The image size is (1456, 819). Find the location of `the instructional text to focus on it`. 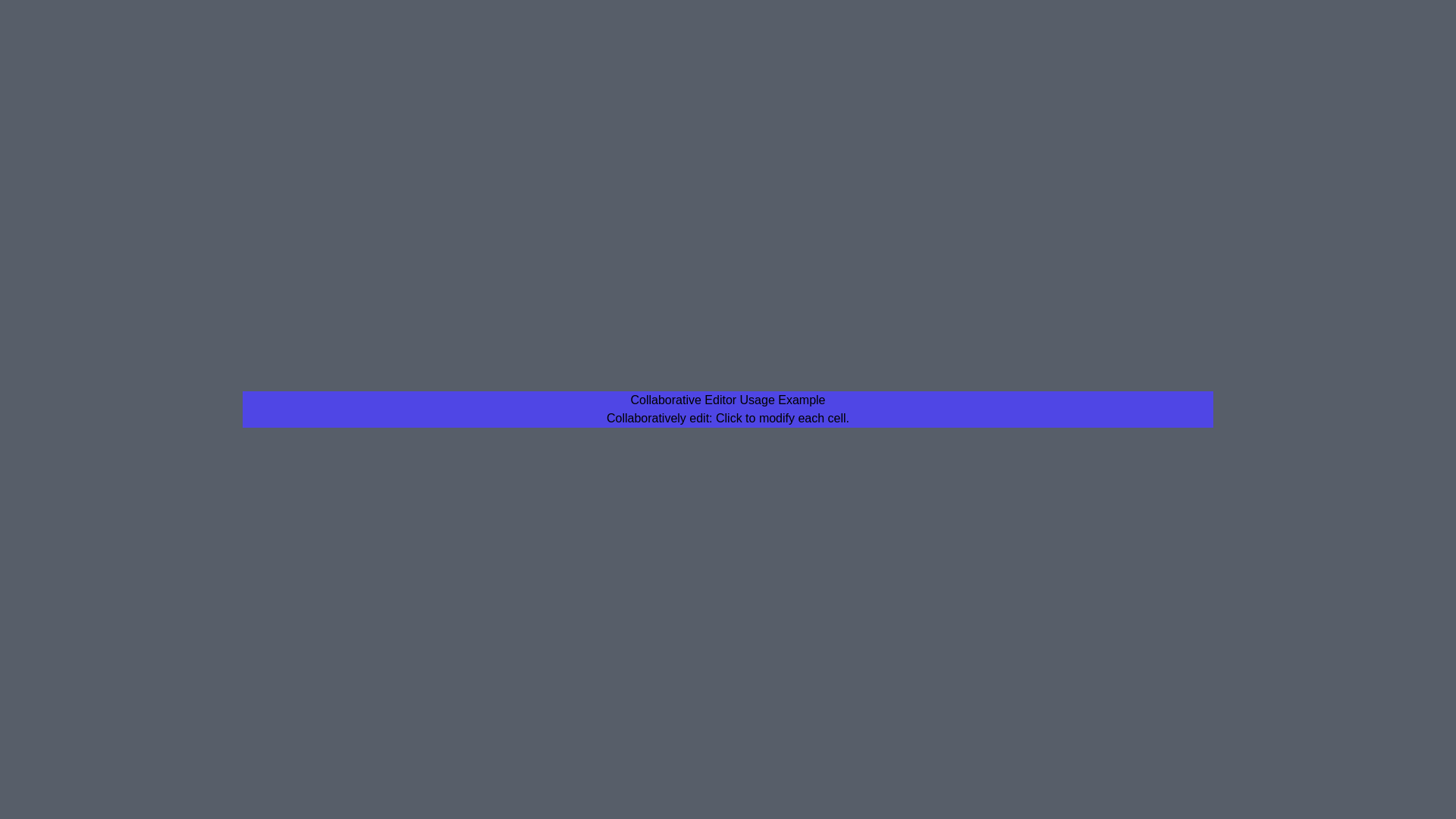

the instructional text to focus on it is located at coordinates (728, 418).